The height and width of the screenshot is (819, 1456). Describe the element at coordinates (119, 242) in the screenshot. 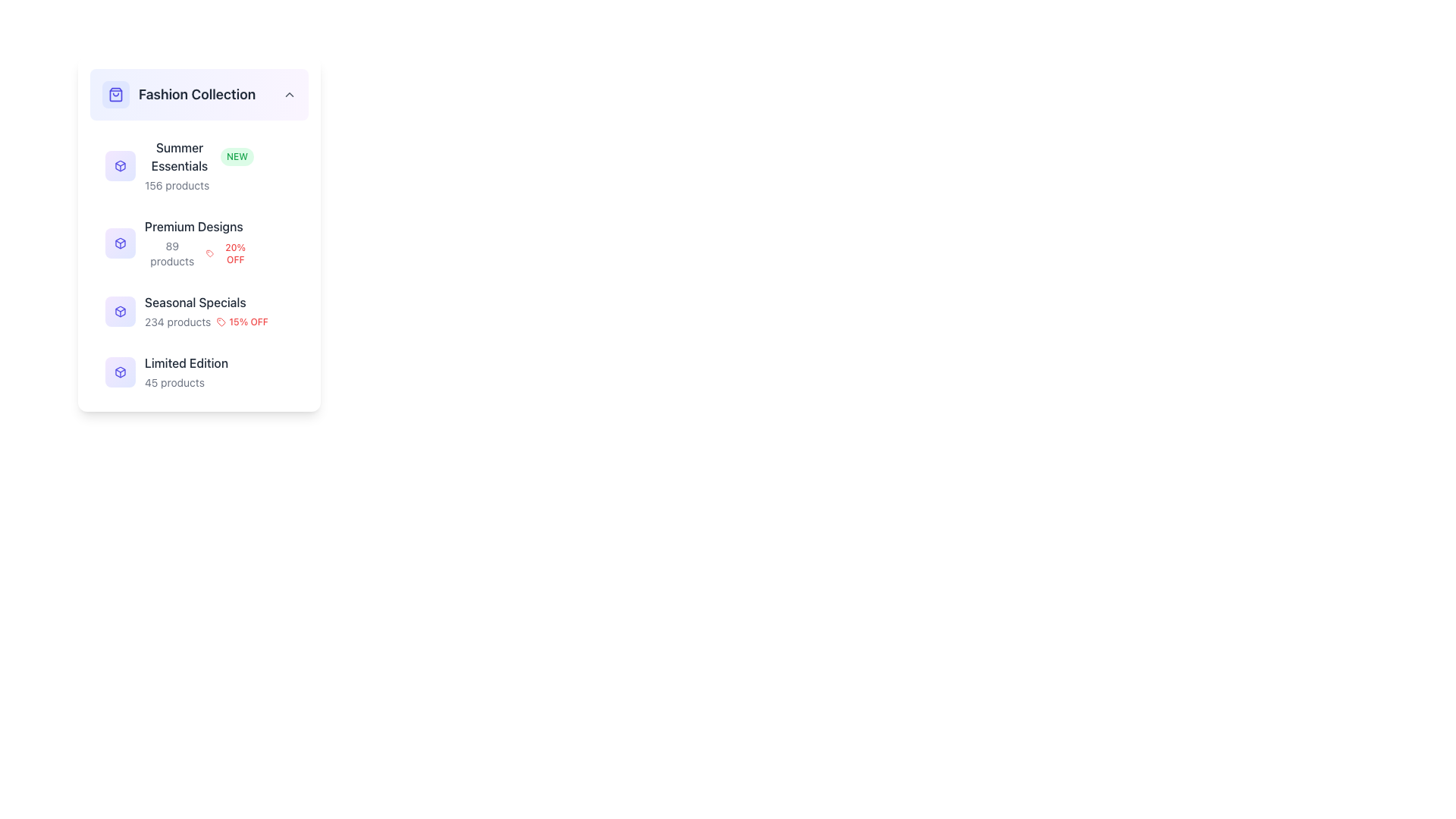

I see `the blue cube SVG icon located within the circular area under the 'Fashion Collection' heading, next to the text 'Premium Designs'` at that location.